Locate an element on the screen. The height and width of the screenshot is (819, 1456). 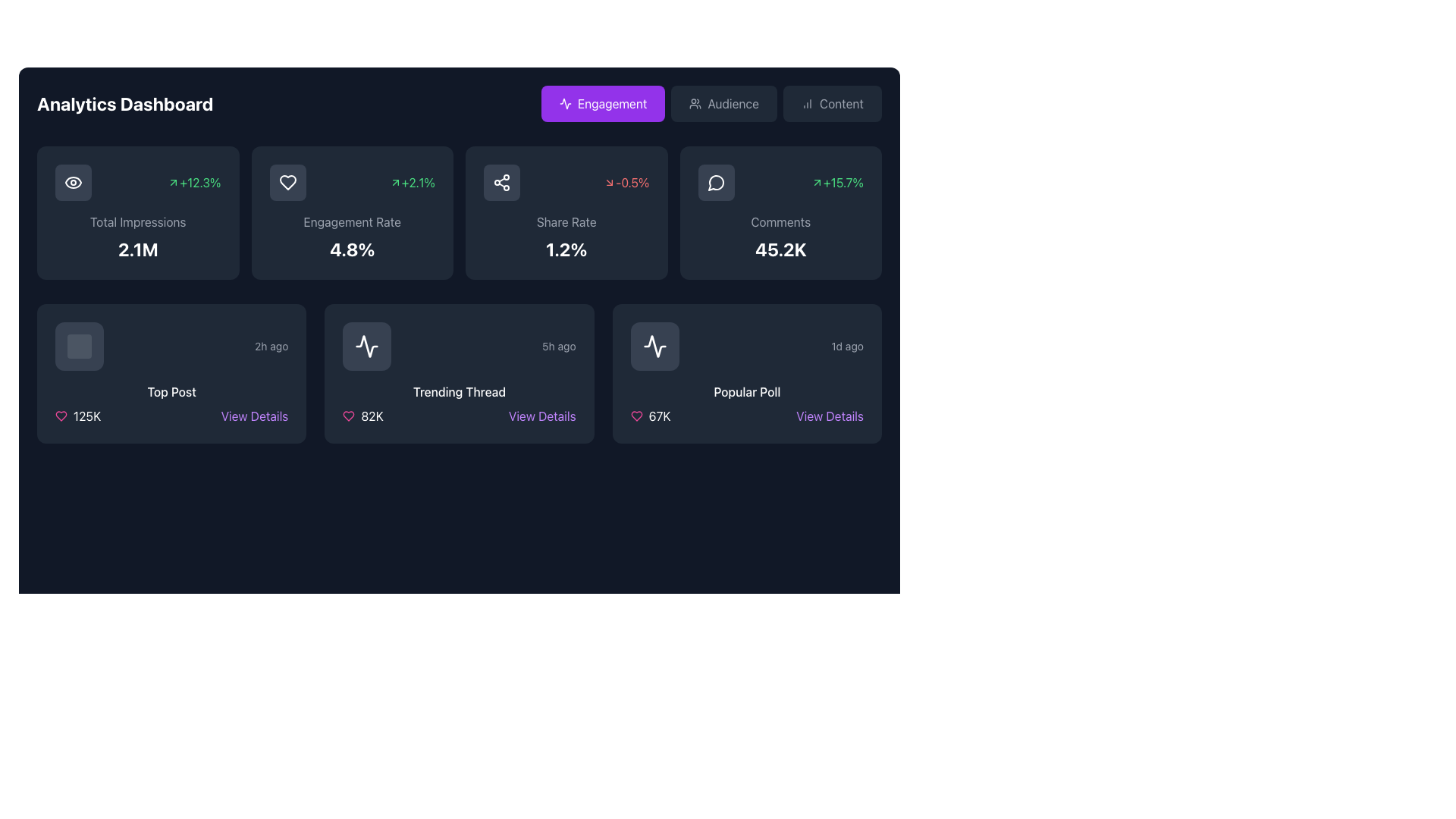
text content of the label displaying 'Comments' in light gray font, which is positioned above the numerical value '45.2K' is located at coordinates (780, 222).